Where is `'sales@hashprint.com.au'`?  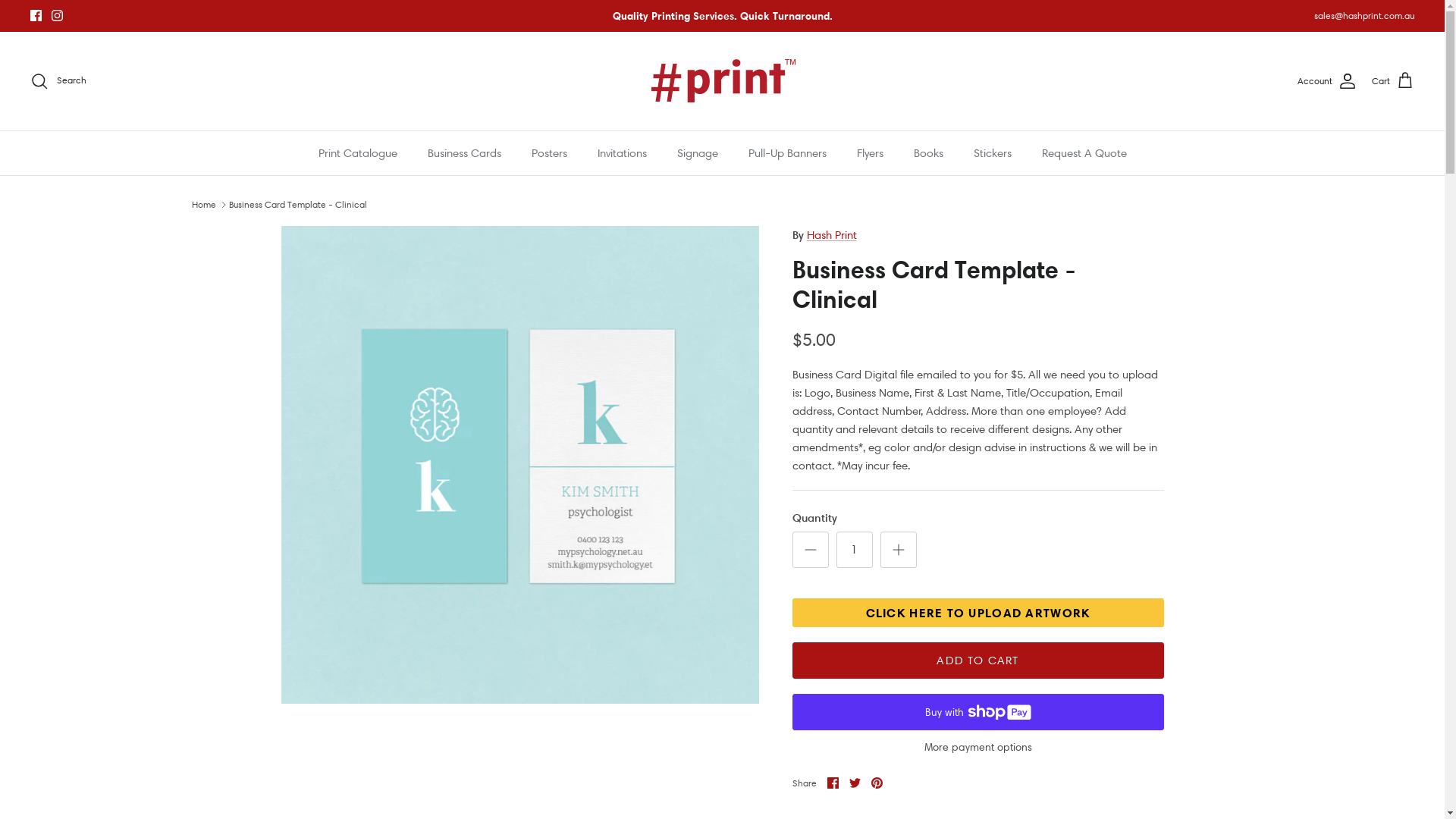
'sales@hashprint.com.au' is located at coordinates (1364, 15).